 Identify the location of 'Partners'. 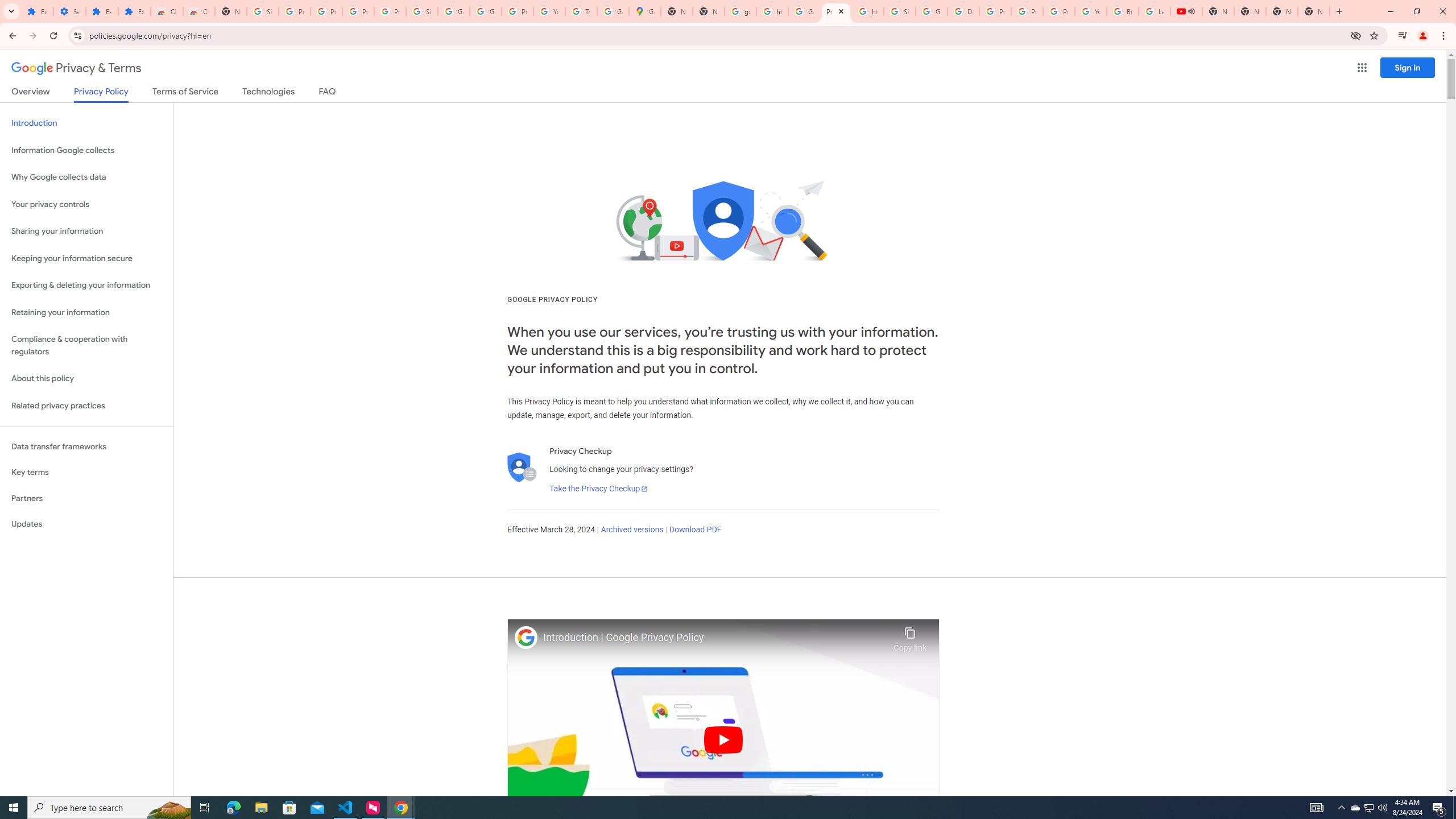
(86, 498).